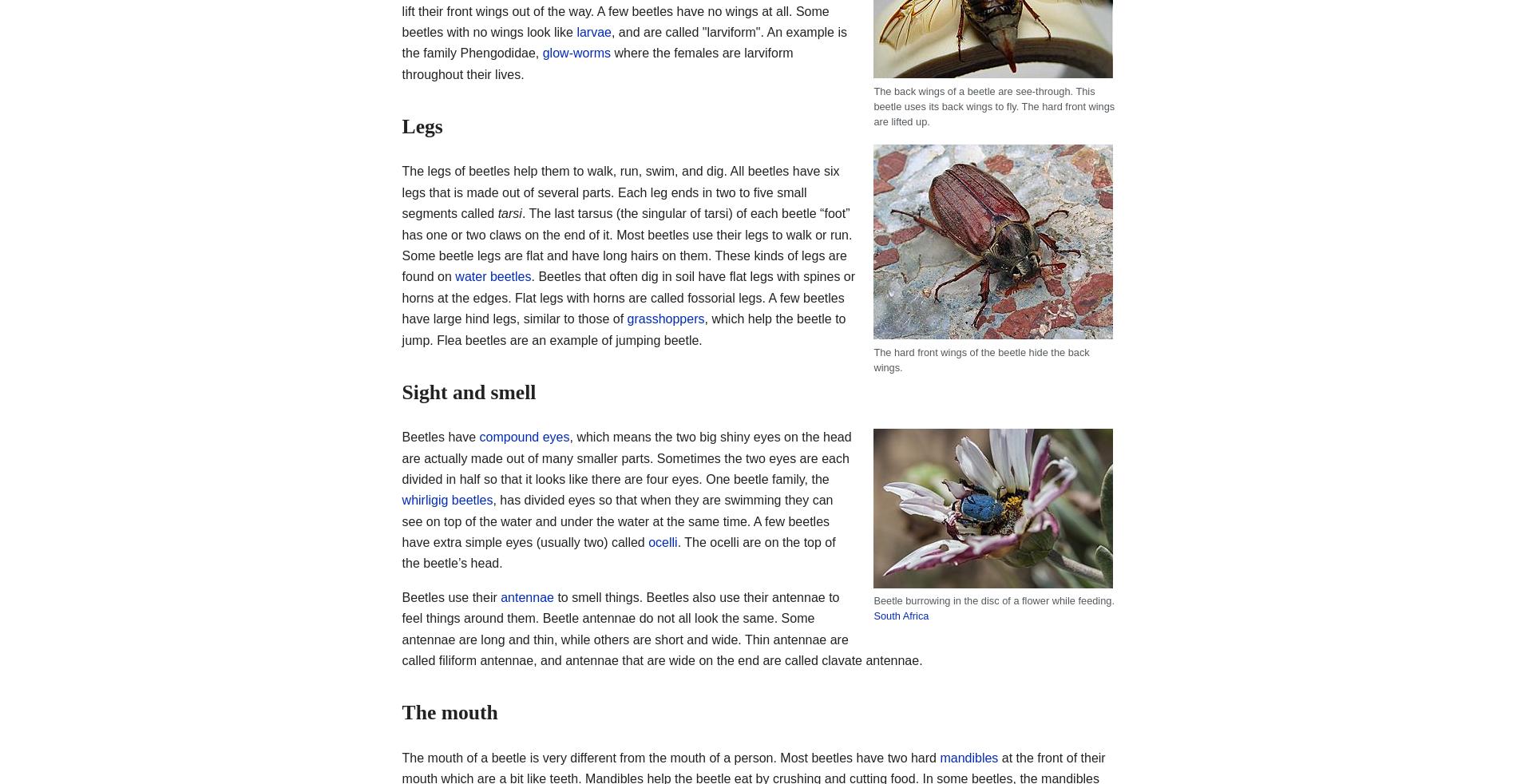 Image resolution: width=1517 pixels, height=784 pixels. Describe the element at coordinates (616, 521) in the screenshot. I see `', has divided eyes so that when they are swimming they can see on top of the water and under the water at the same time. A few beetles have extra simple eyes (usually two) called'` at that location.